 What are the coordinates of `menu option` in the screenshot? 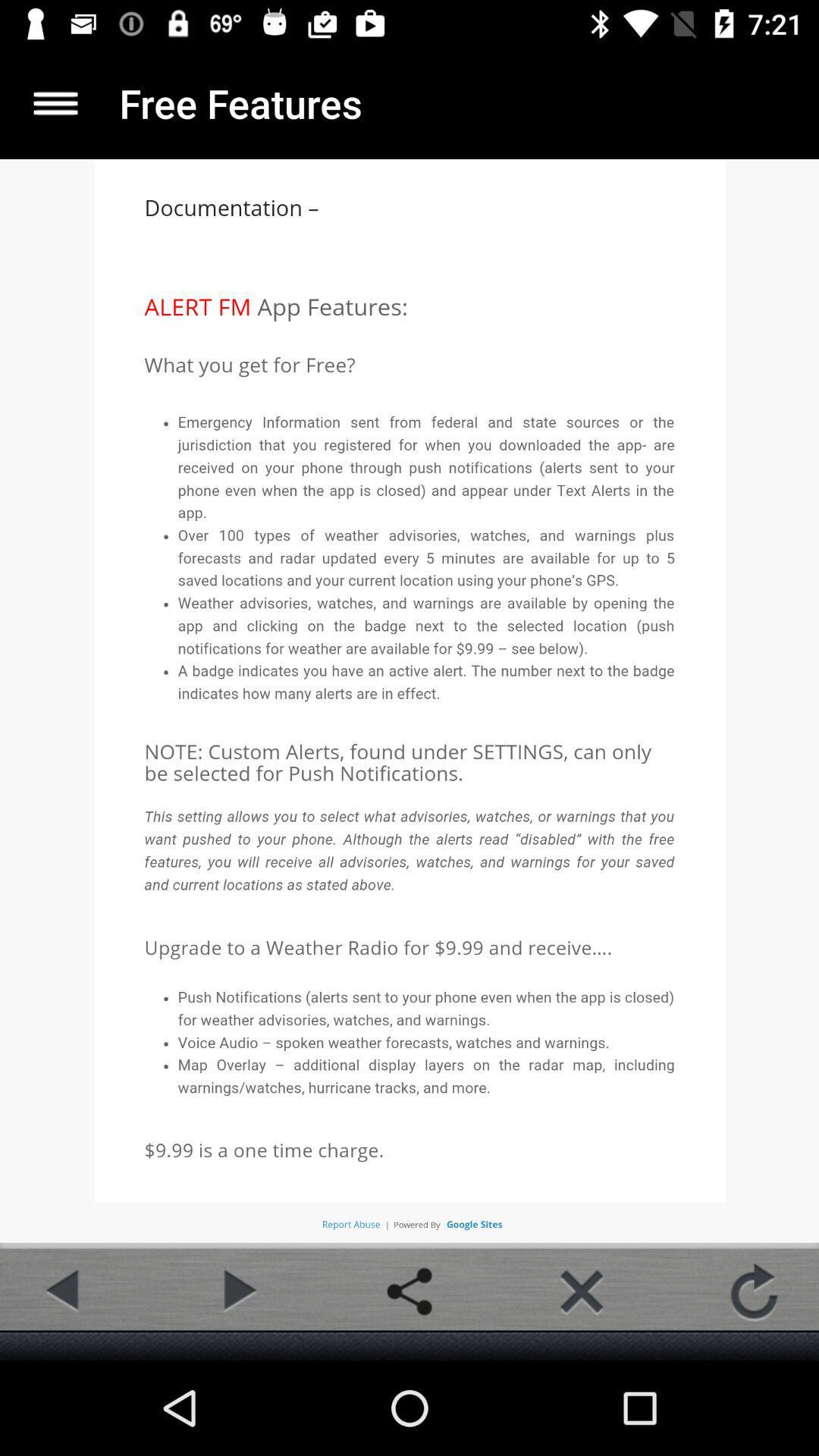 It's located at (55, 102).